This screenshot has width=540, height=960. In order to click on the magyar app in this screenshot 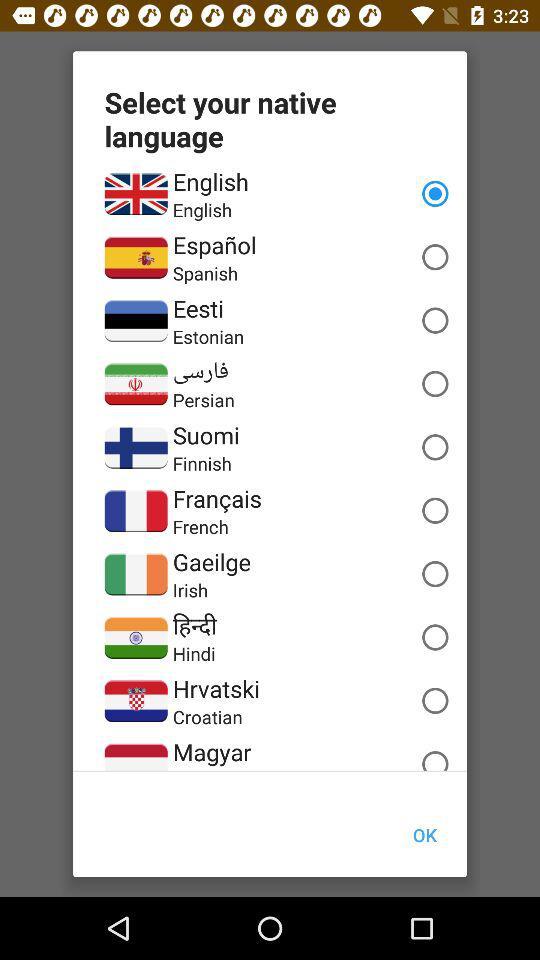, I will do `click(211, 751)`.